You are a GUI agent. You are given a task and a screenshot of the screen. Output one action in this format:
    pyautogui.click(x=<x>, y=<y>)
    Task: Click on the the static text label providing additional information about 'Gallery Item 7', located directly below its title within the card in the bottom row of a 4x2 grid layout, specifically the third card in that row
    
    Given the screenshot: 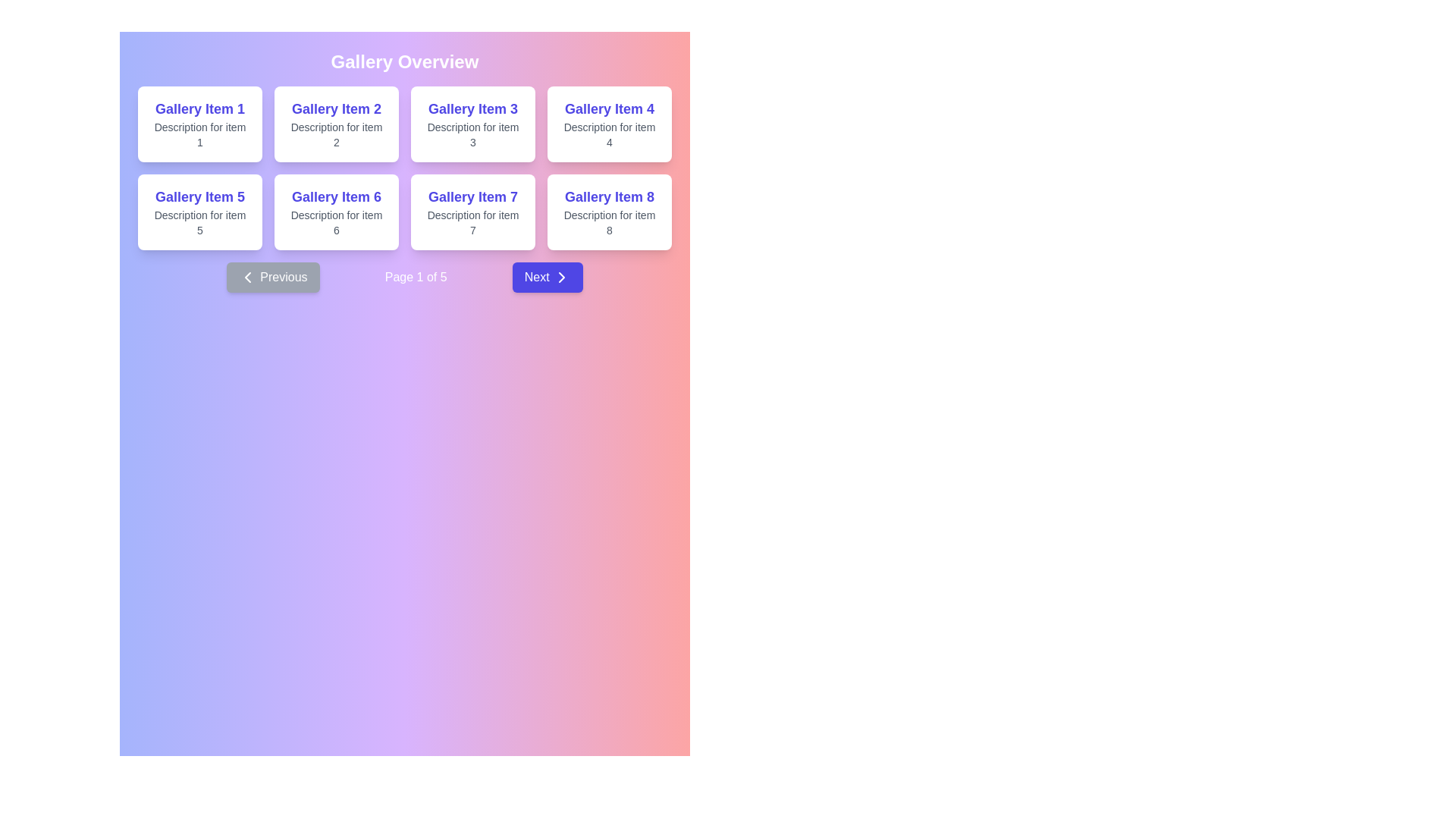 What is the action you would take?
    pyautogui.click(x=472, y=222)
    